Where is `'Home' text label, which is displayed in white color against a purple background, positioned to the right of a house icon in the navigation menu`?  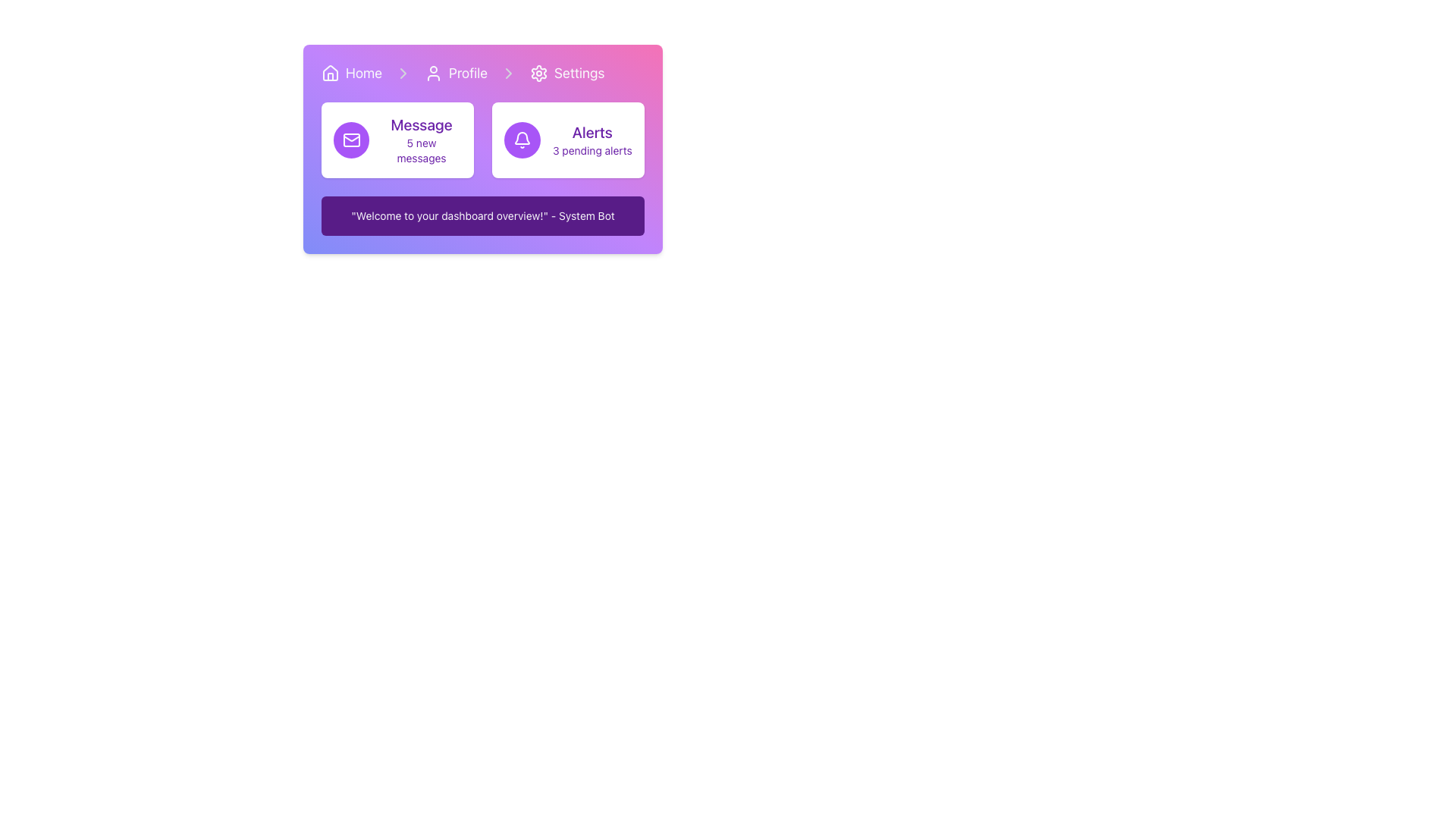
'Home' text label, which is displayed in white color against a purple background, positioned to the right of a house icon in the navigation menu is located at coordinates (364, 73).